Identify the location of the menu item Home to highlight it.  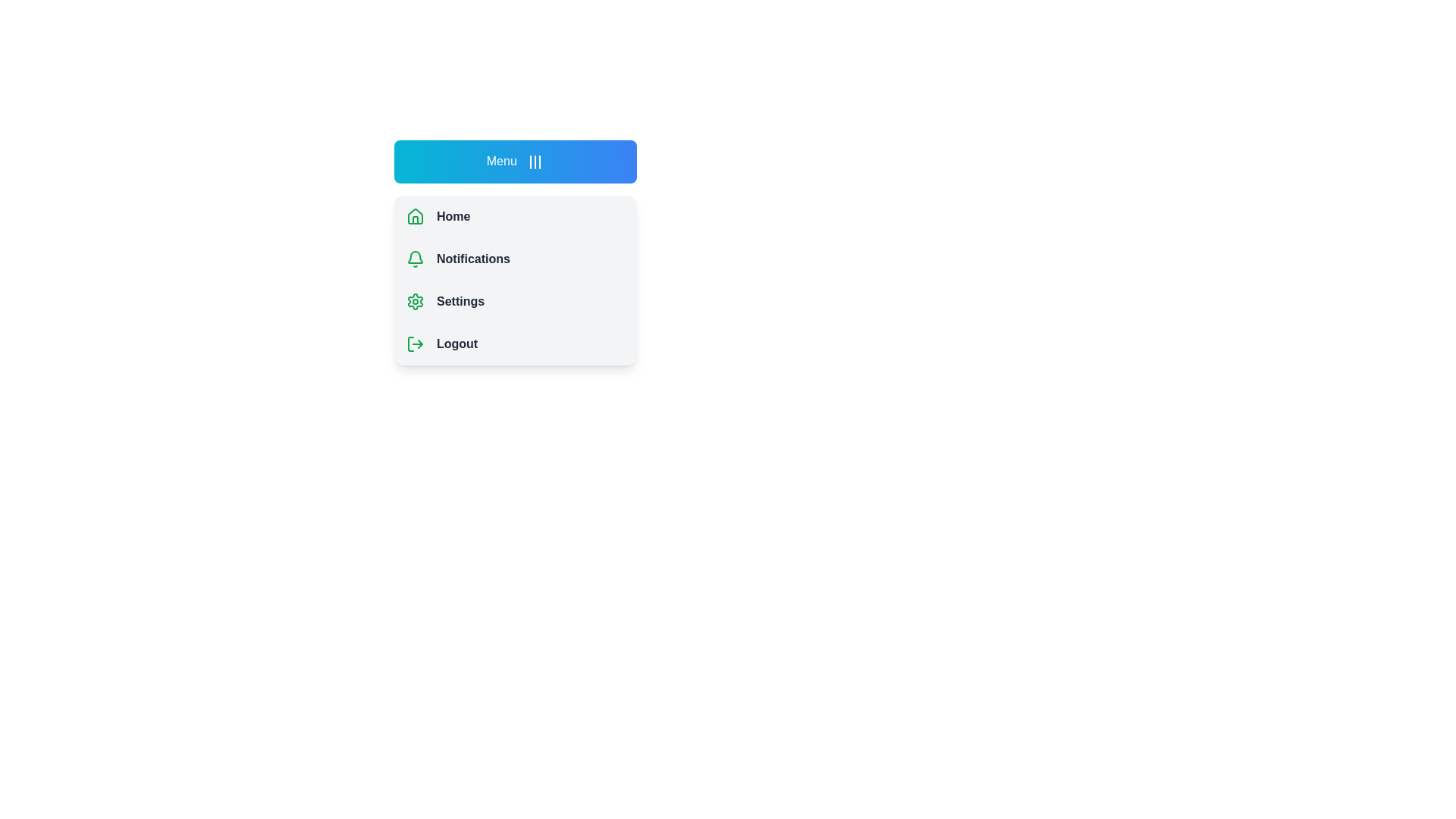
(516, 216).